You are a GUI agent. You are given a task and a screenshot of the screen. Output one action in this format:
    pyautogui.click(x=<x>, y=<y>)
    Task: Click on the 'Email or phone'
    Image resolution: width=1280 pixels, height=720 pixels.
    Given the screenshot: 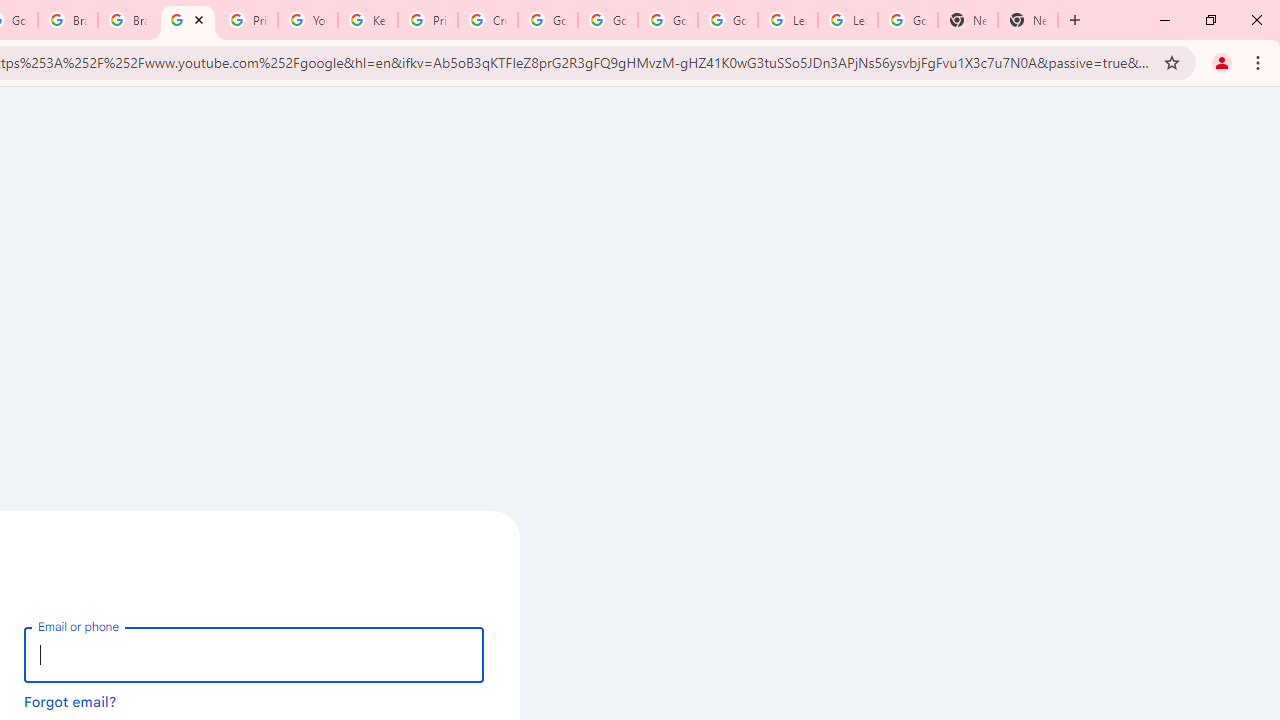 What is the action you would take?
    pyautogui.click(x=253, y=654)
    